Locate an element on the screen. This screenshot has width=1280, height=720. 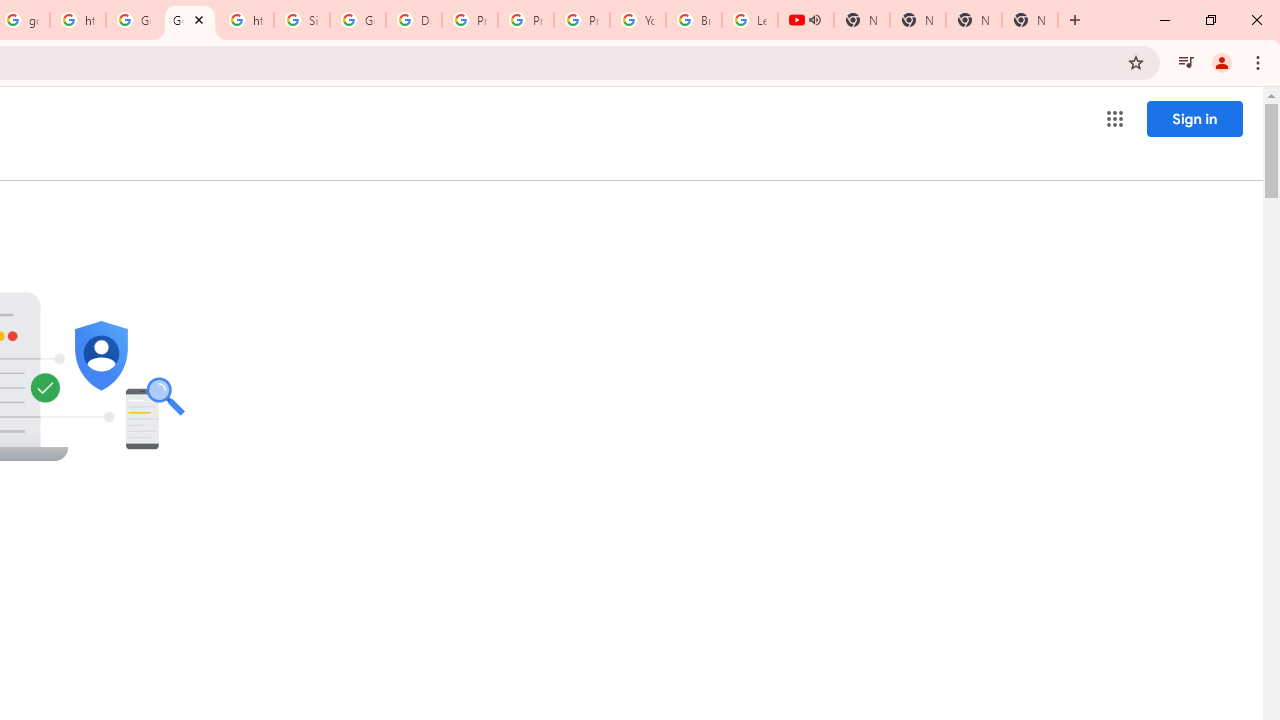
'Privacy Help Center - Policies Help' is located at coordinates (526, 20).